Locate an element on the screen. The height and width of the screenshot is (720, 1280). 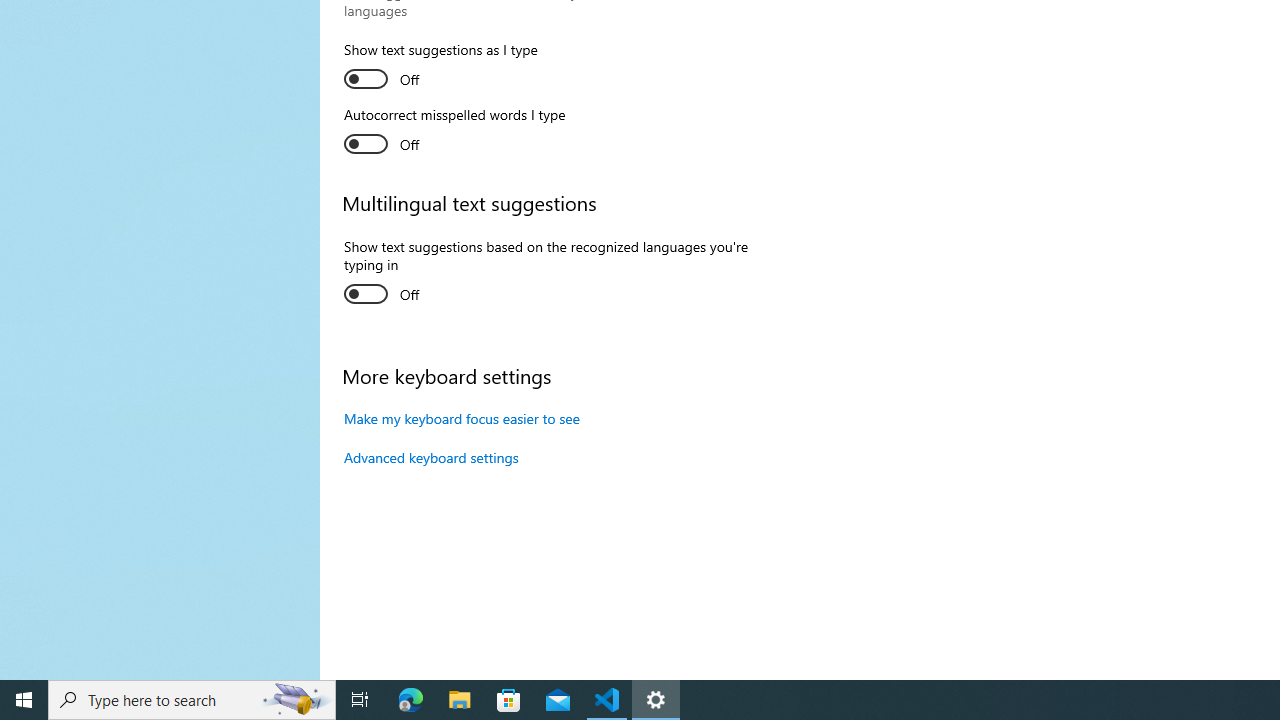
'Task View' is located at coordinates (359, 698).